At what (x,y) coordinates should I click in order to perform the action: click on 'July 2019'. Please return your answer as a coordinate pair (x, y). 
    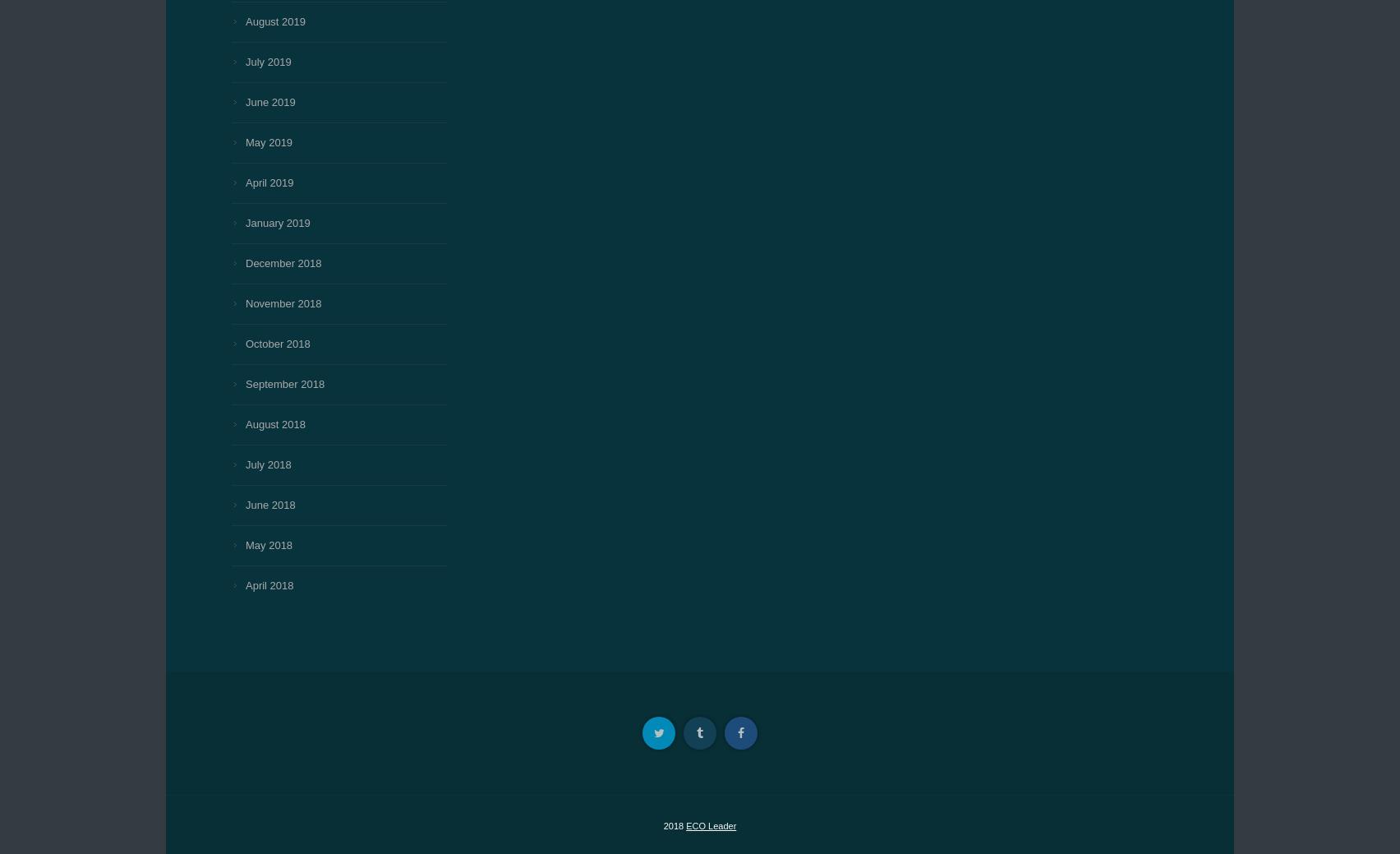
    Looking at the image, I should click on (245, 61).